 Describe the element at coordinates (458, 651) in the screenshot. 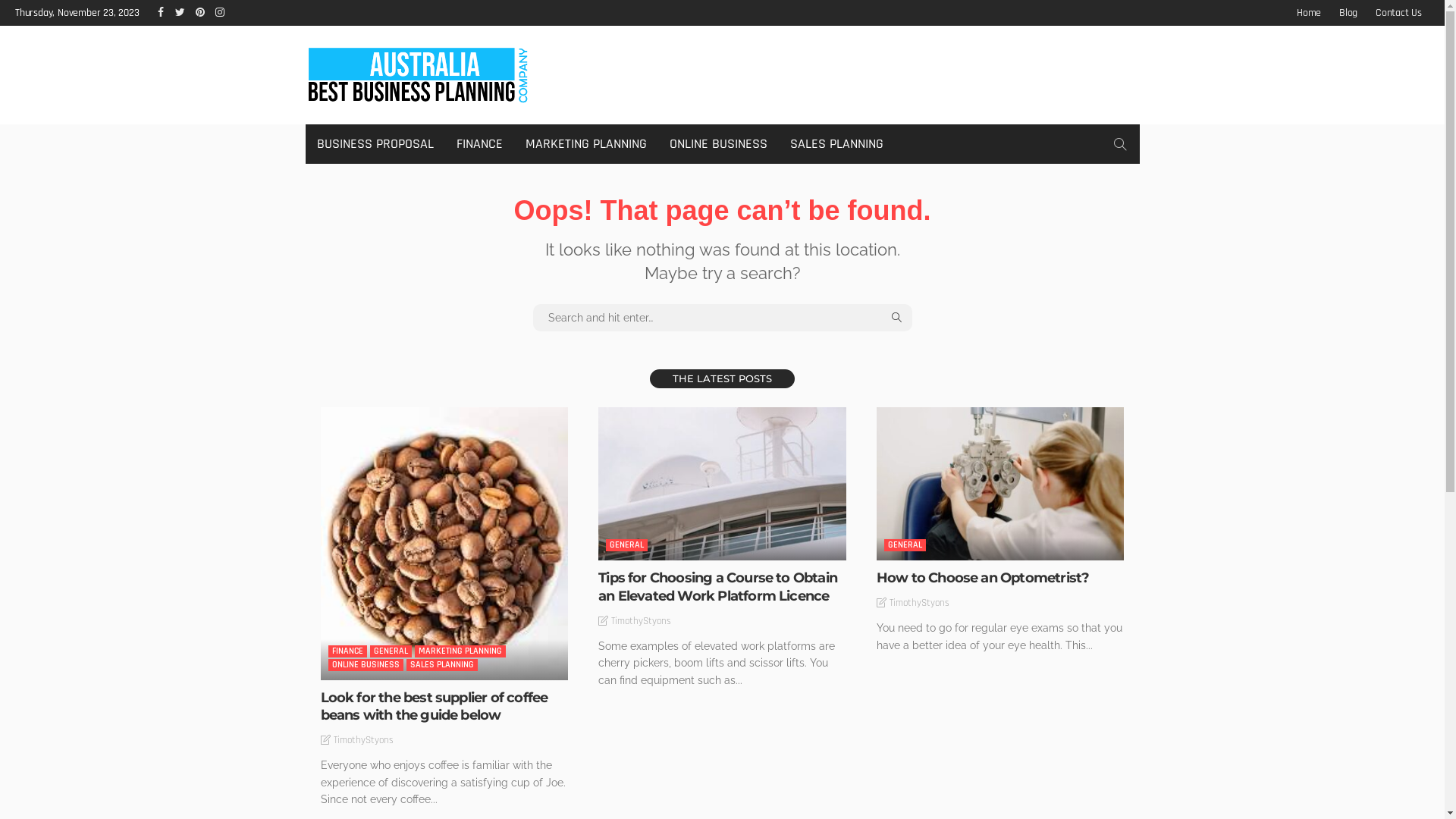

I see `'MARKETING PLANNING'` at that location.